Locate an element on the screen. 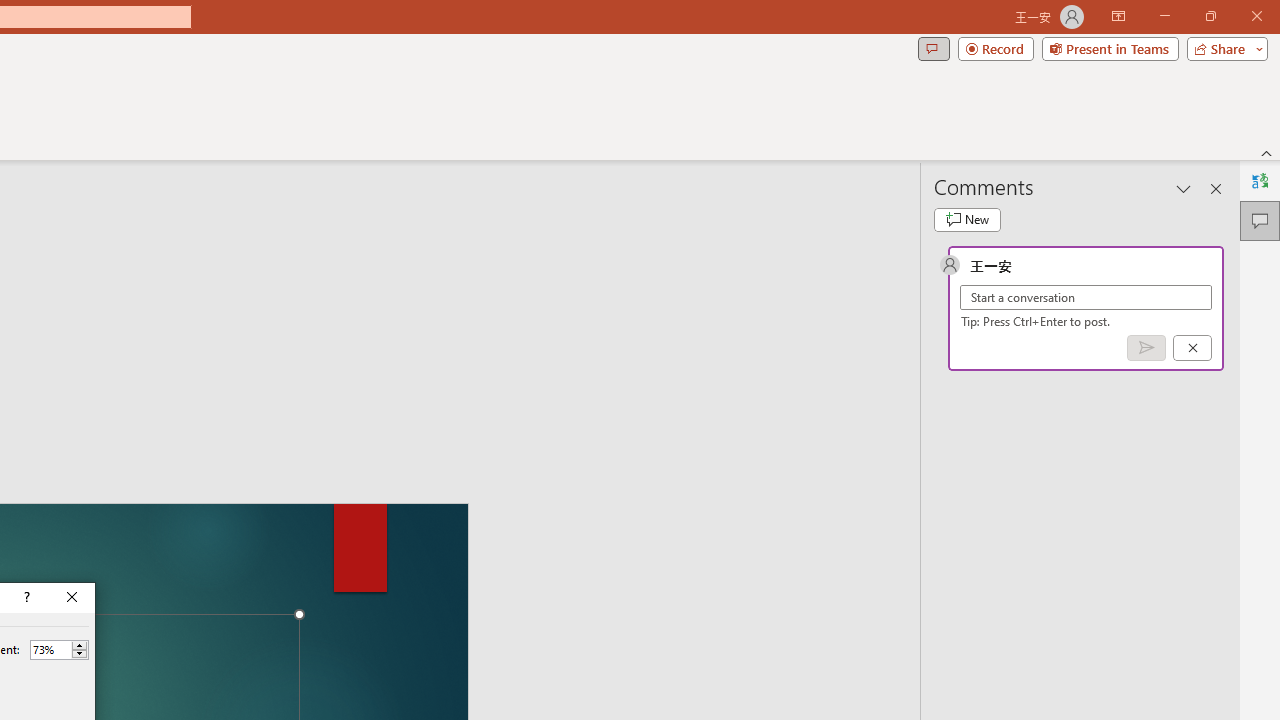 This screenshot has width=1280, height=720. 'Less' is located at coordinates (79, 654).